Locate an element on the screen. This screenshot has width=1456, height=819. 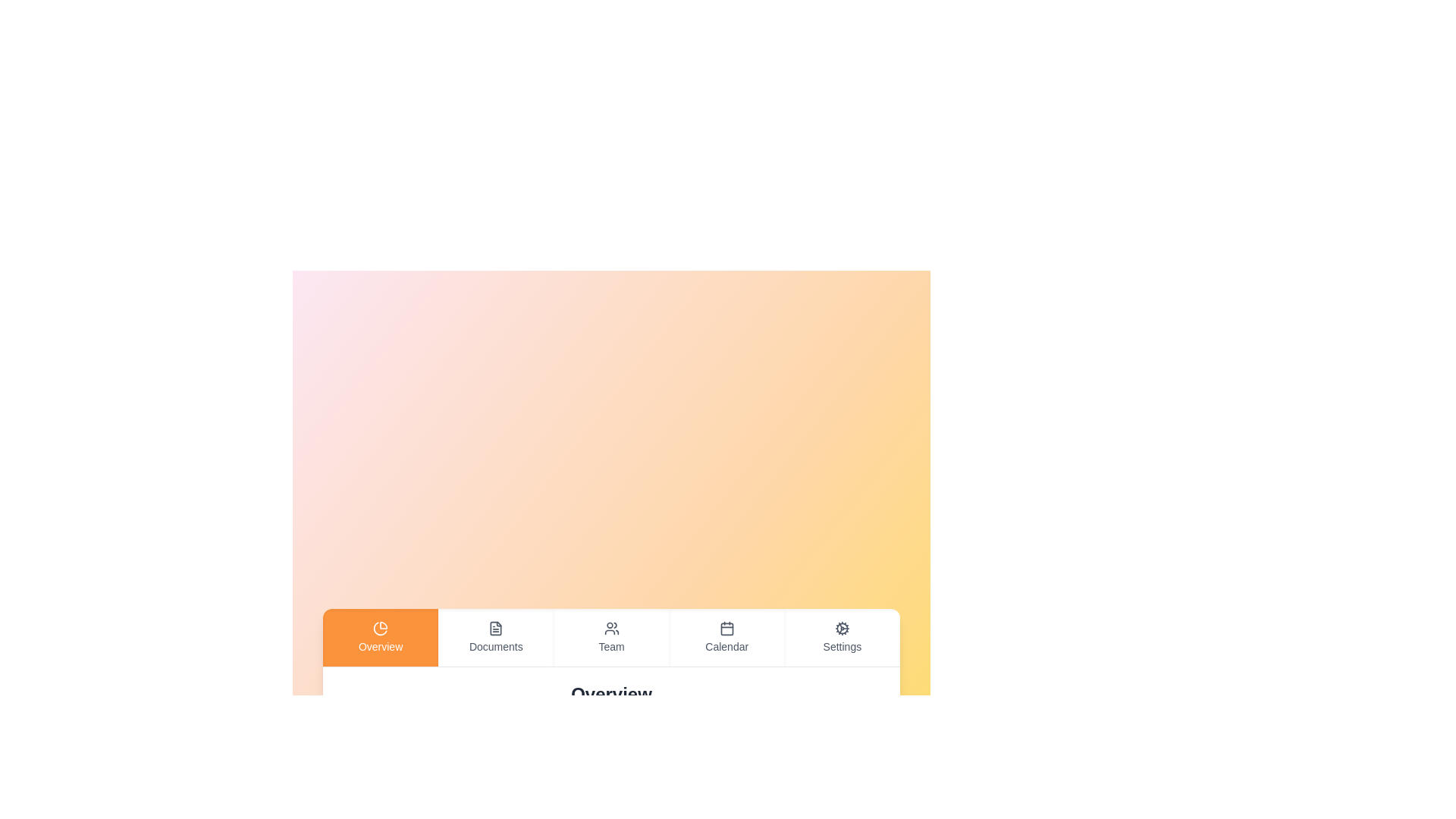
the 'Settings' Navigation Tab, which features a cogwheel icon above the text is located at coordinates (841, 637).